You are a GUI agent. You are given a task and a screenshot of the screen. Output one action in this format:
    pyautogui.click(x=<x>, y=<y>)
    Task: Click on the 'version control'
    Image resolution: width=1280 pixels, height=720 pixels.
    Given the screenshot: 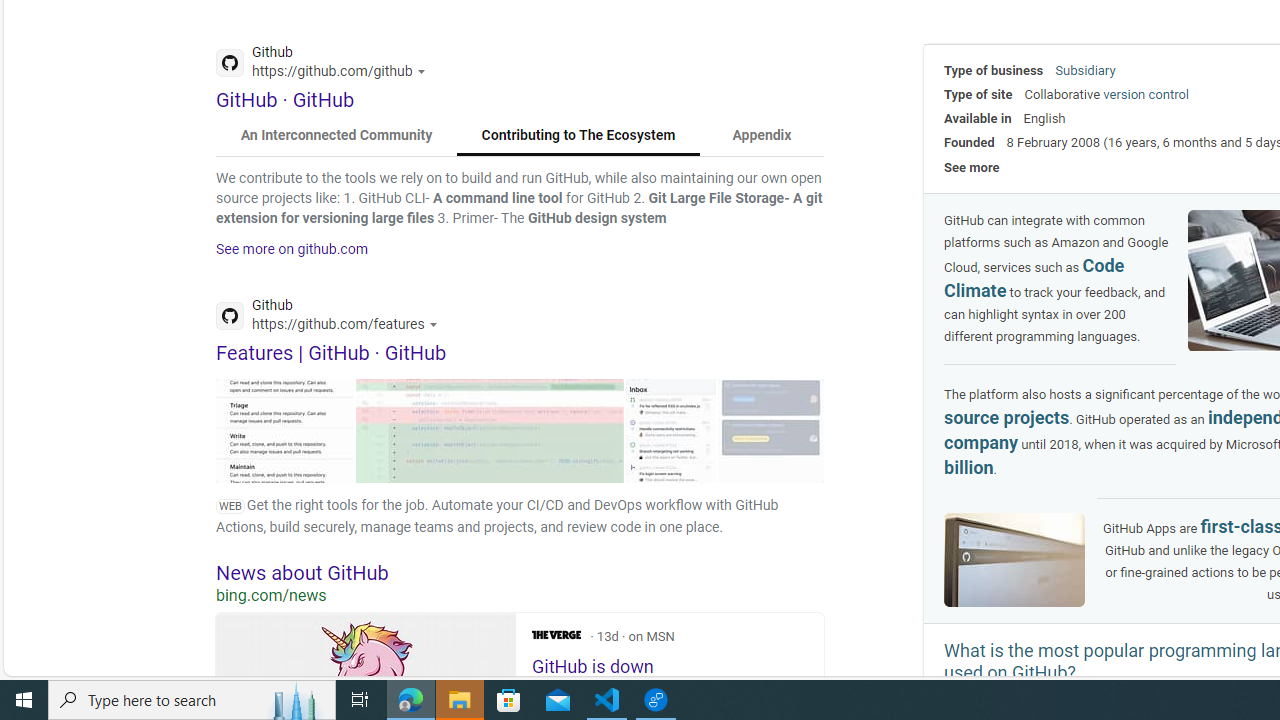 What is the action you would take?
    pyautogui.click(x=1146, y=94)
    